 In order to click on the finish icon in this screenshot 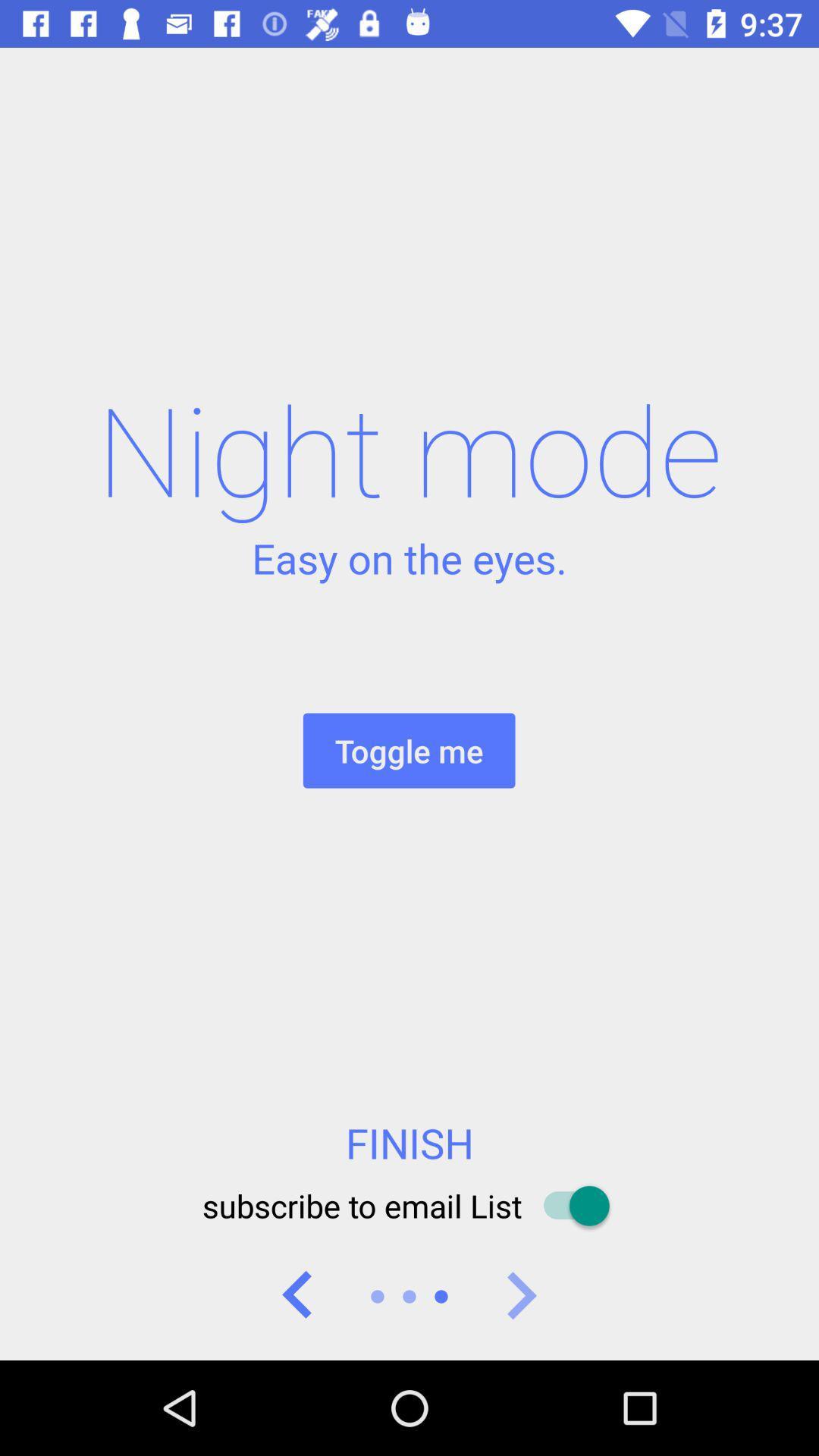, I will do `click(409, 1143)`.